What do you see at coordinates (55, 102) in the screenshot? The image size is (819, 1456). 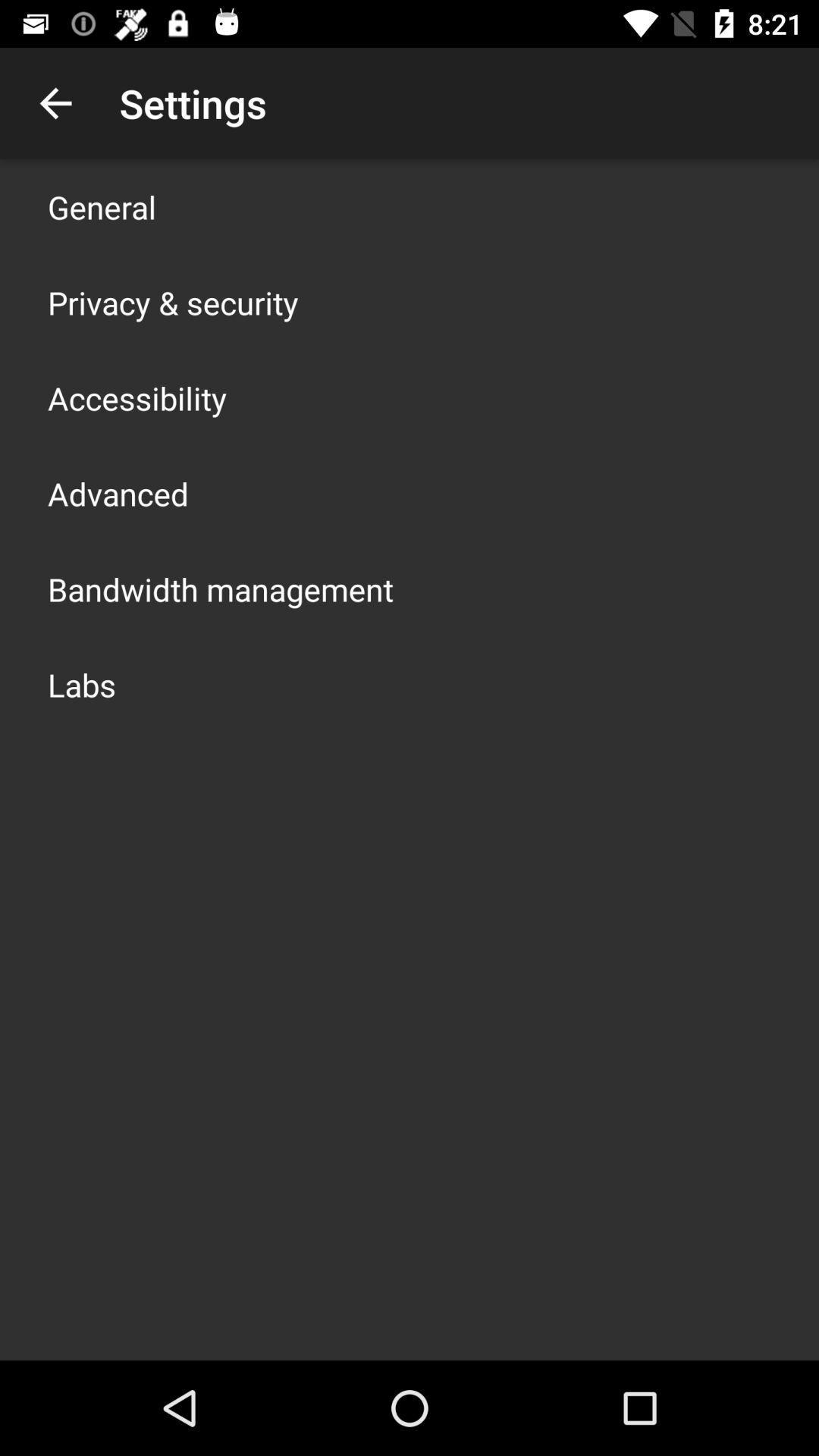 I see `the app to the left of the settings icon` at bounding box center [55, 102].